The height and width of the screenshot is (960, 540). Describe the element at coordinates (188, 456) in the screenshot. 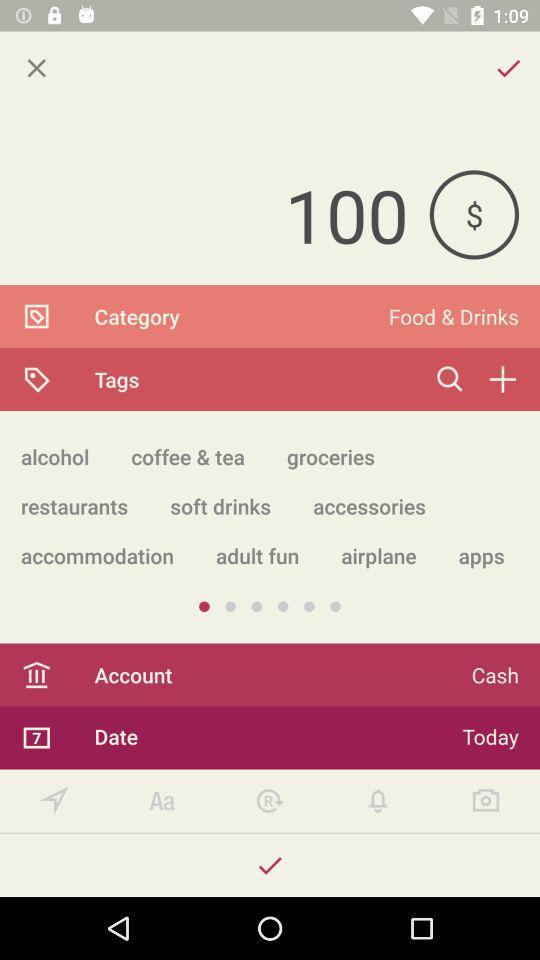

I see `item to the left of the groceries app` at that location.